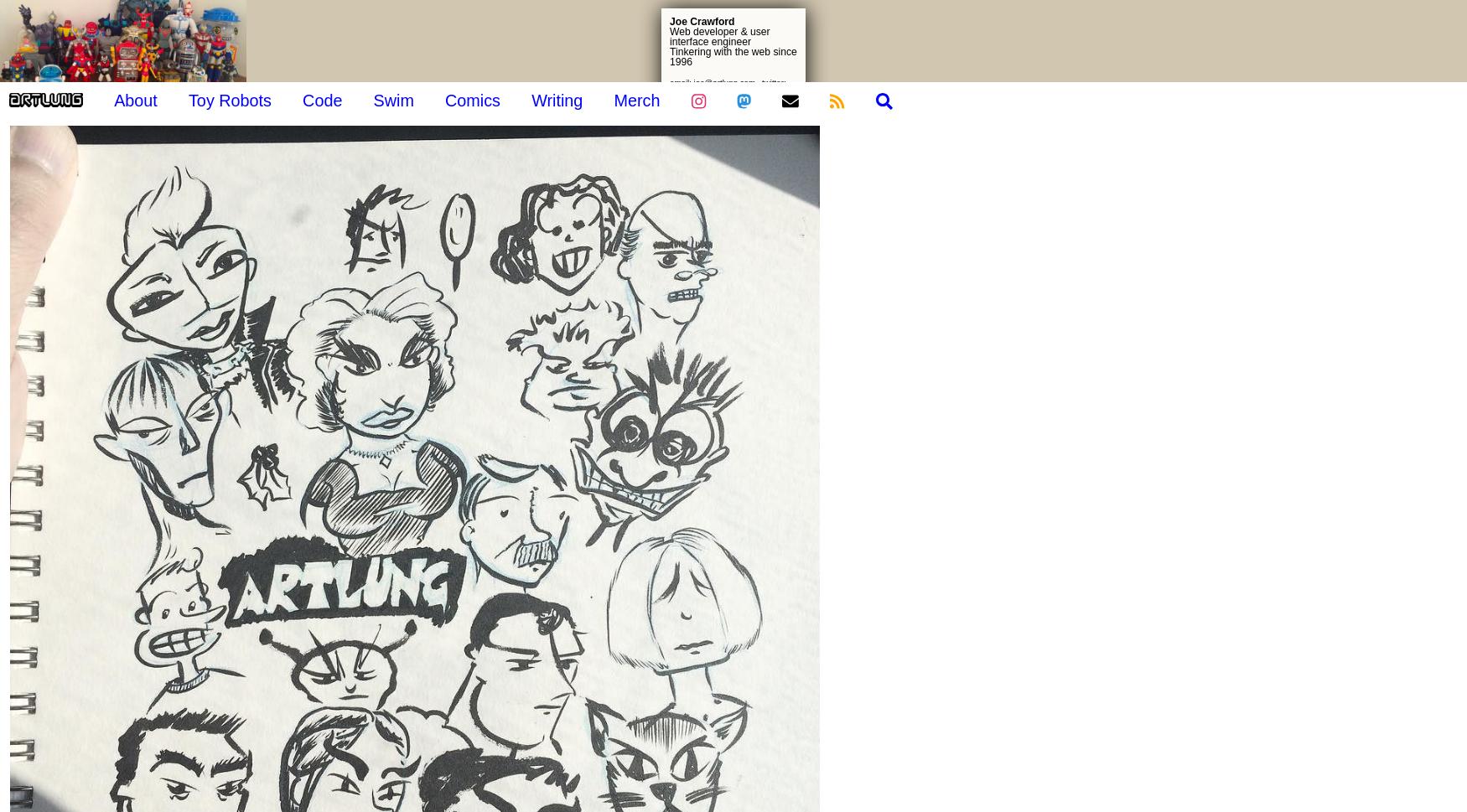  Describe the element at coordinates (228, 99) in the screenshot. I see `'Toy Robots'` at that location.